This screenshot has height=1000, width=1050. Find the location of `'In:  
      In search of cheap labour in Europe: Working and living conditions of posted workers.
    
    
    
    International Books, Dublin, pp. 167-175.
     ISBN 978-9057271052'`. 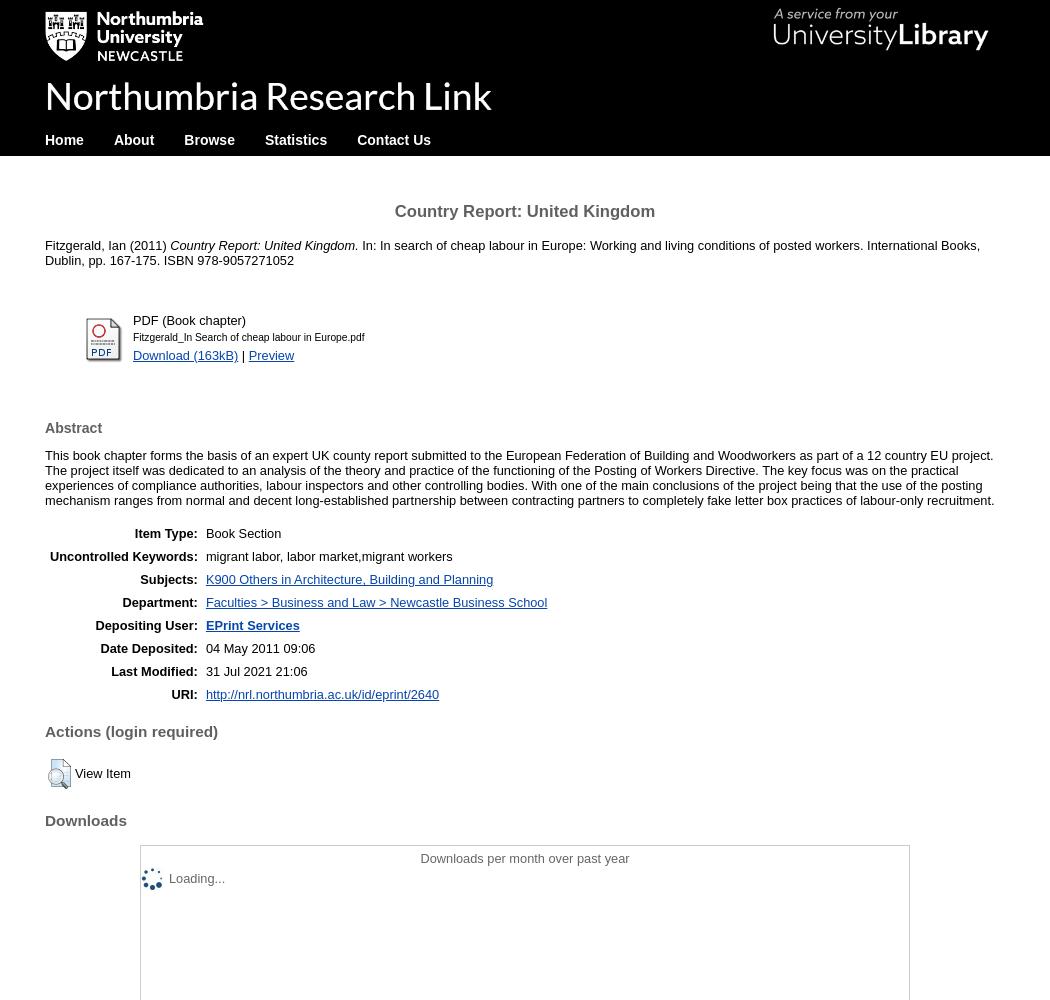

'In:  
      In search of cheap labour in Europe: Working and living conditions of posted workers.
    
    
    
    International Books, Dublin, pp. 167-175.
     ISBN 978-9057271052' is located at coordinates (511, 253).